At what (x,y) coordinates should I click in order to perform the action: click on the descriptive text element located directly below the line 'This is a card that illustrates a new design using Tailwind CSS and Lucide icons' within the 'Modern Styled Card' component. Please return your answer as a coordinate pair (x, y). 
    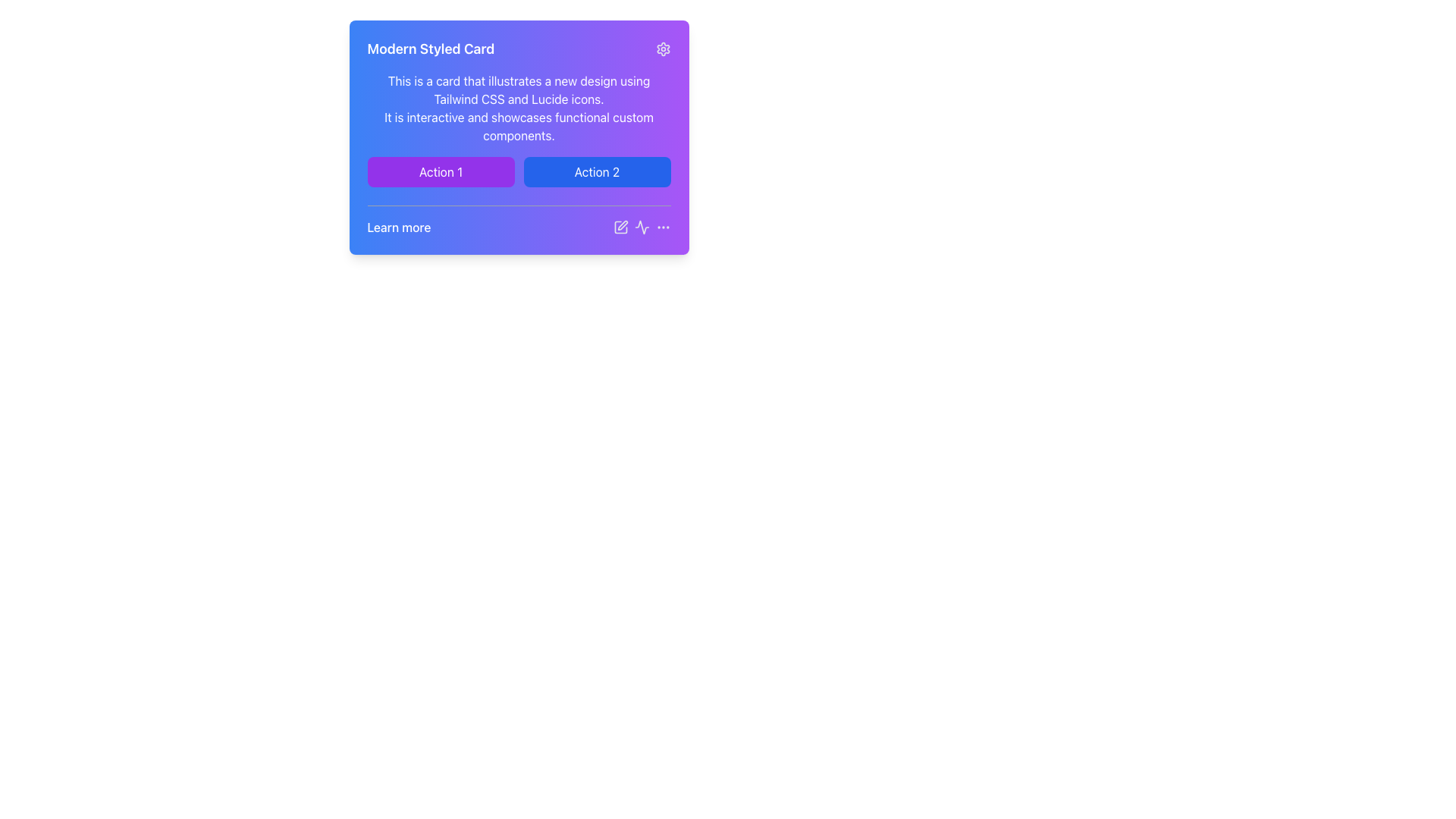
    Looking at the image, I should click on (519, 125).